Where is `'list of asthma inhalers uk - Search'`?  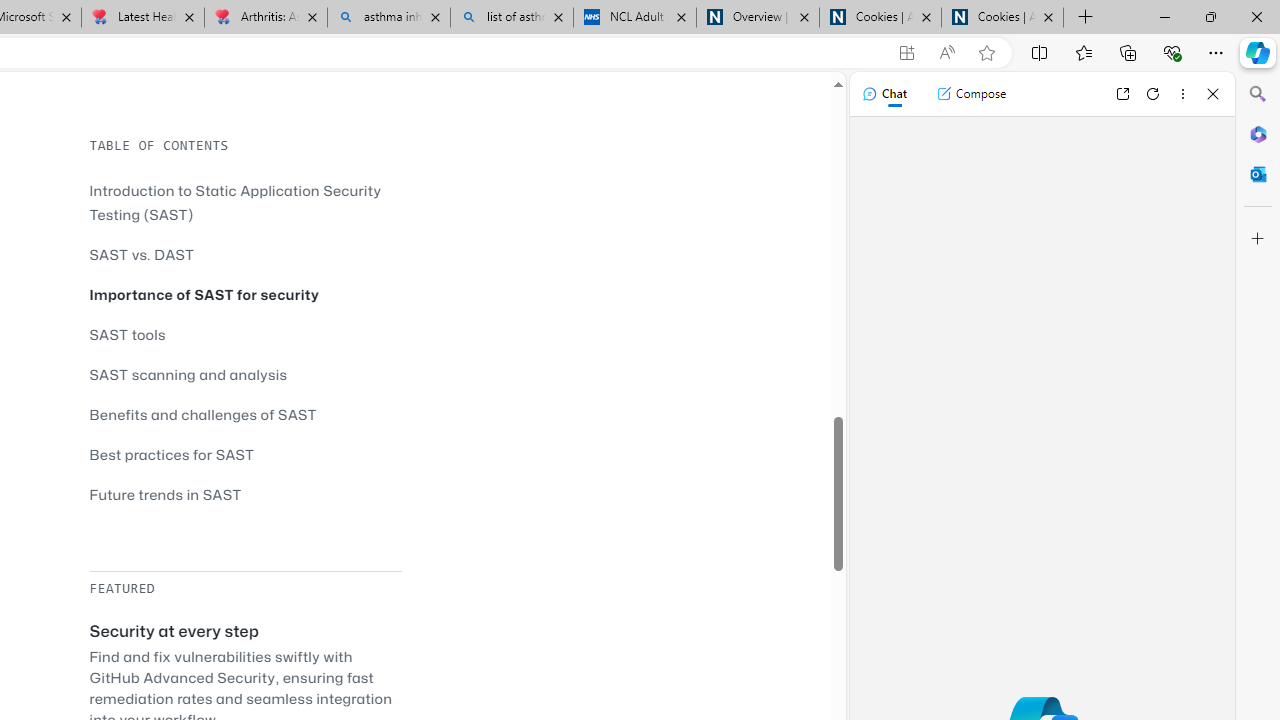
'list of asthma inhalers uk - Search' is located at coordinates (512, 17).